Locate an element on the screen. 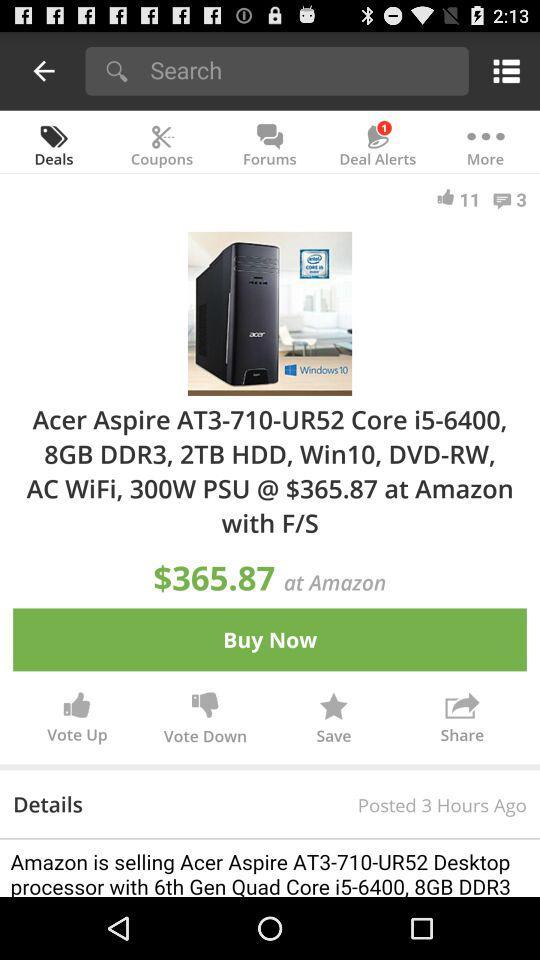 The width and height of the screenshot is (540, 960). button next to save is located at coordinates (462, 720).